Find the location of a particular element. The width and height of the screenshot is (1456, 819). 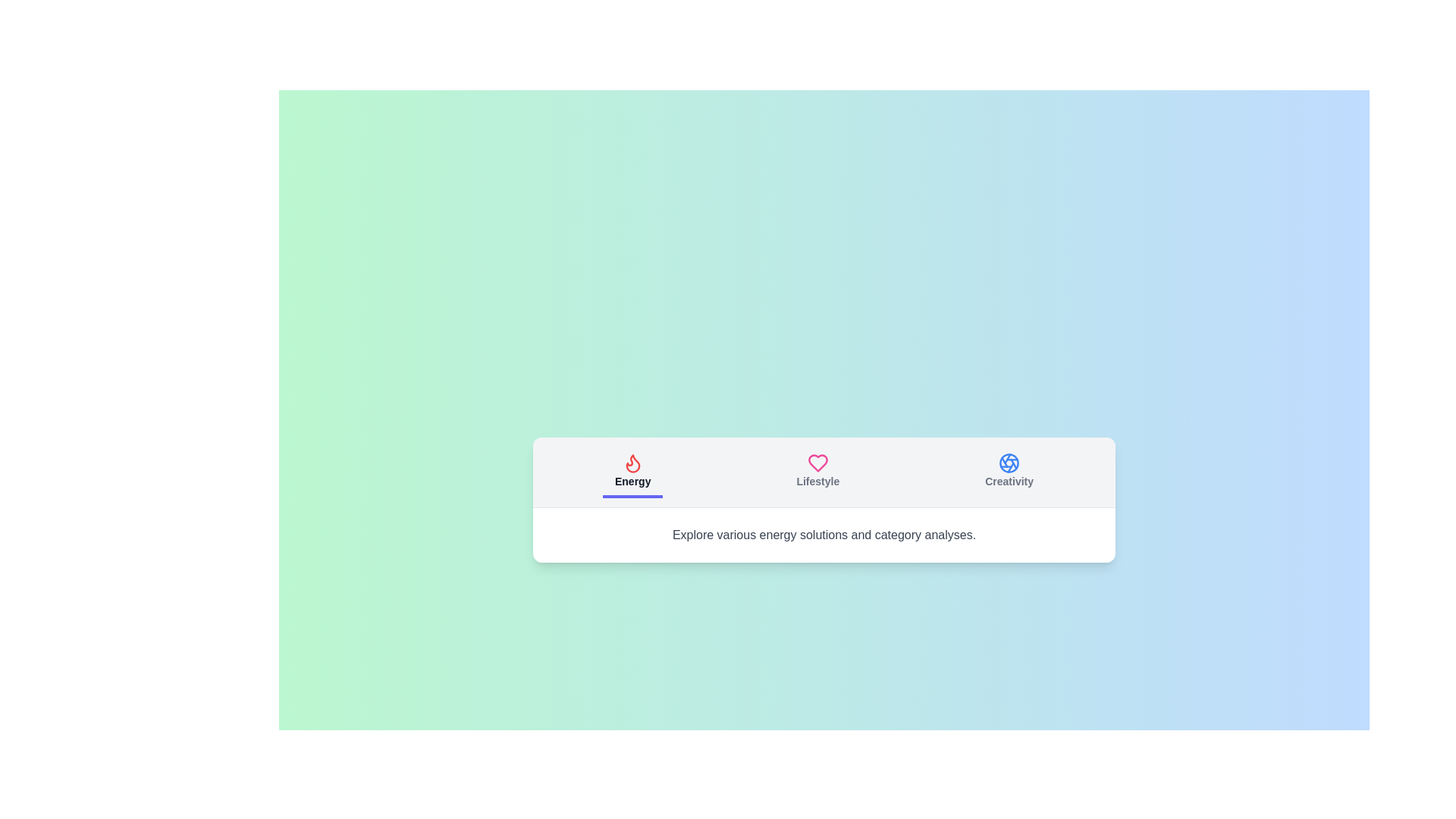

the tab labeled Creativity is located at coordinates (1009, 471).